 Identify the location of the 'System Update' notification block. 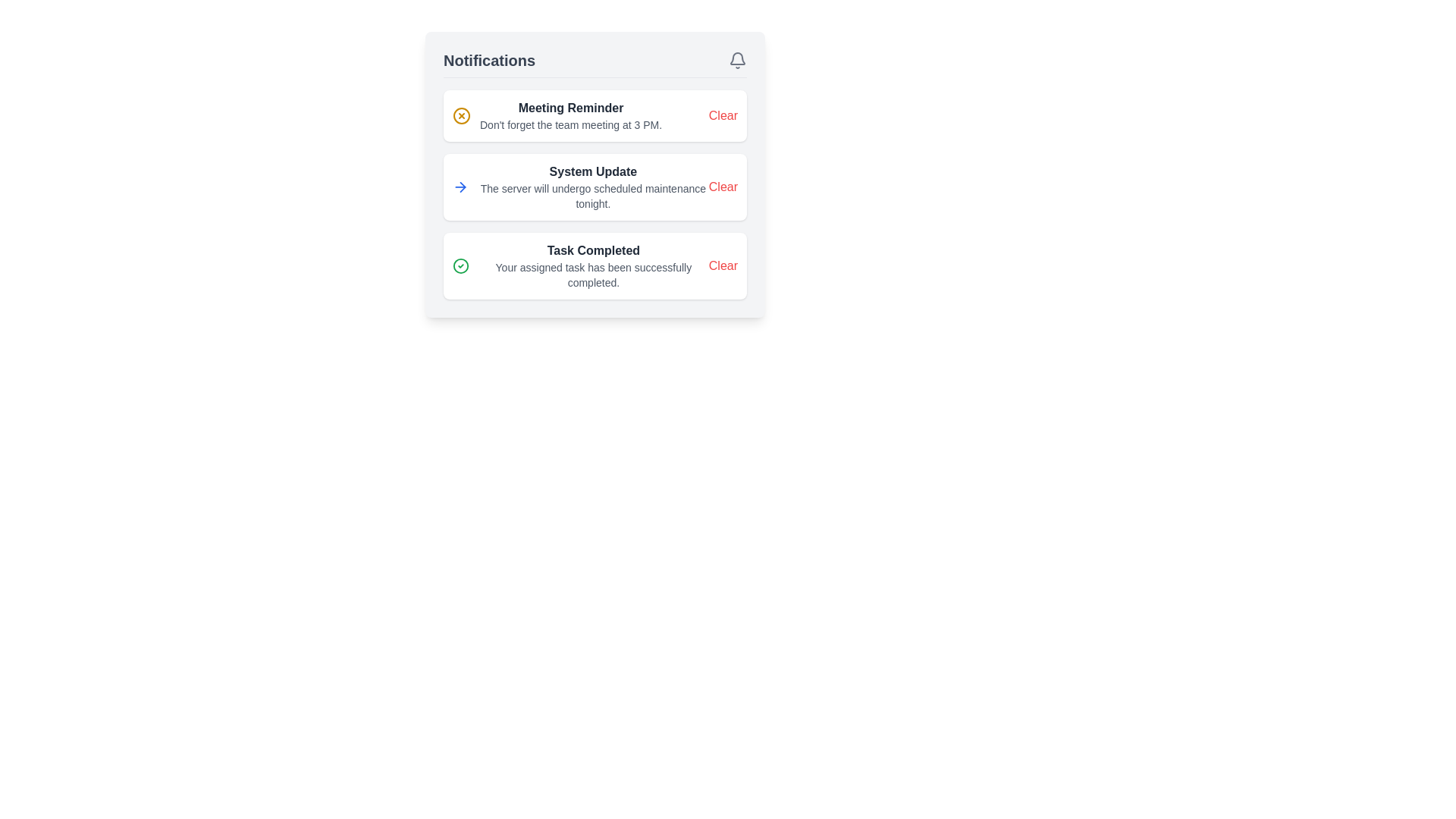
(595, 194).